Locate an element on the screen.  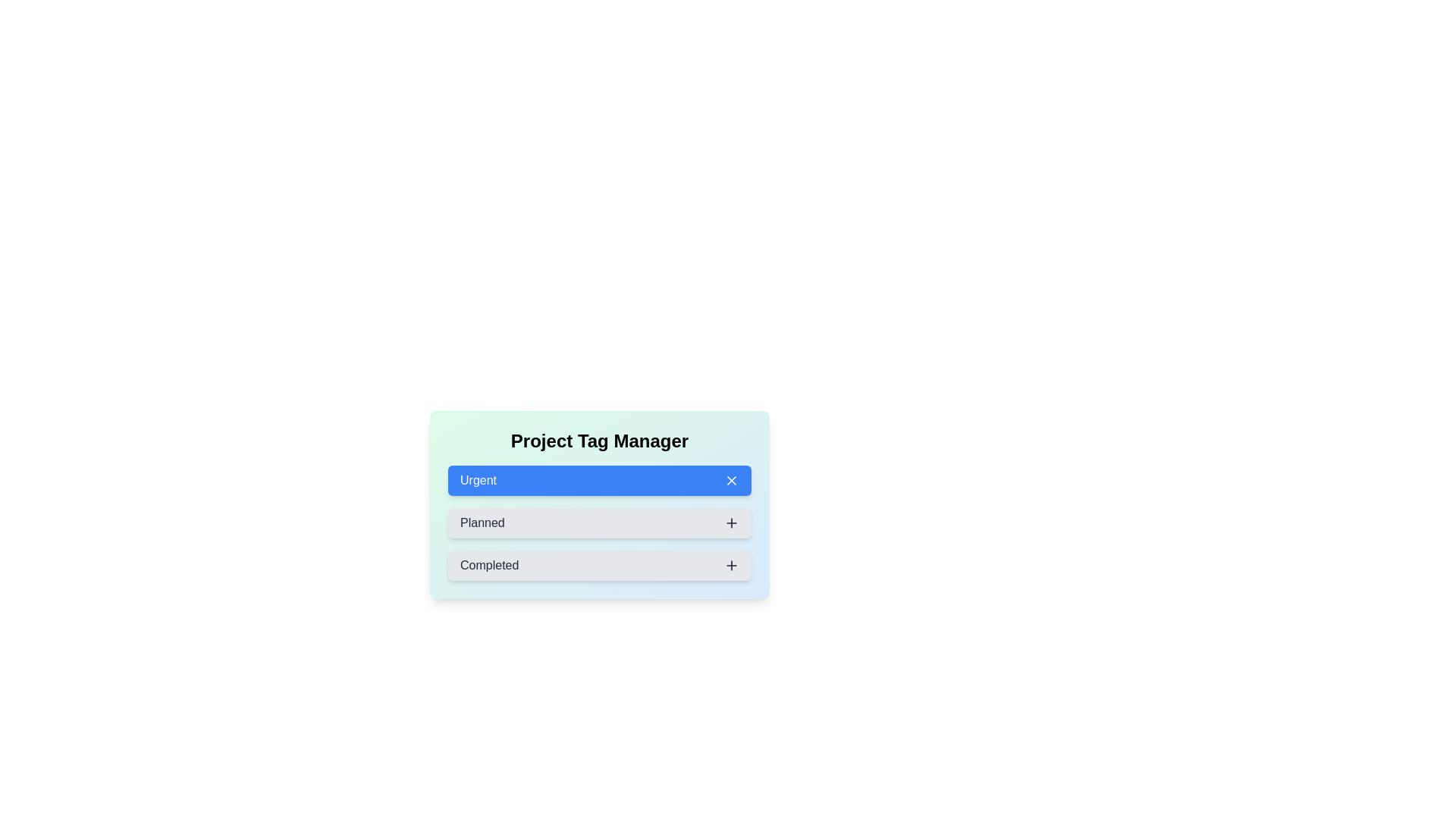
the icon corresponding to Completed to toggle its state is located at coordinates (731, 565).